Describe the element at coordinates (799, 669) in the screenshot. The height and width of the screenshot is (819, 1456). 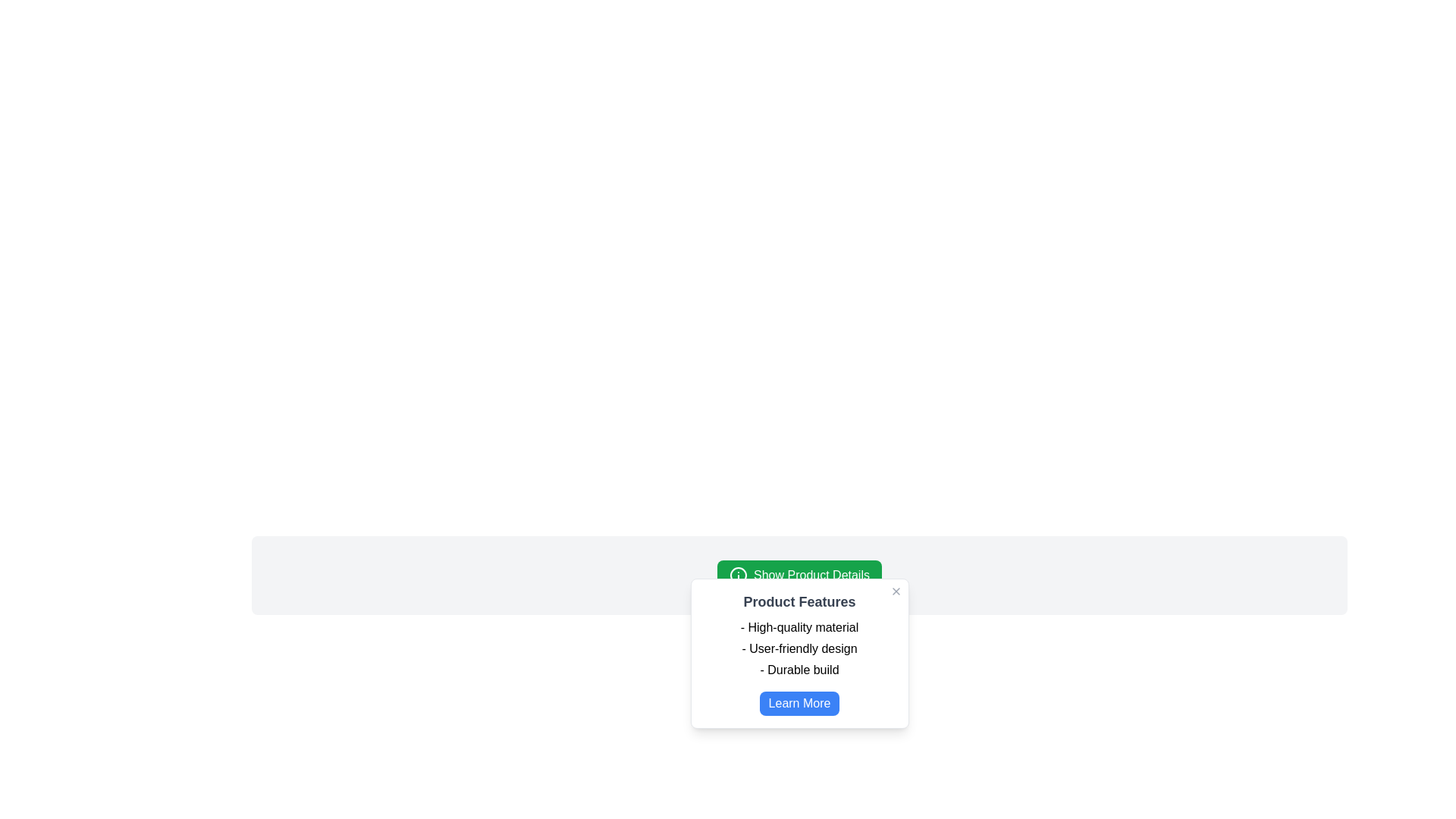
I see `the text item displaying the phrase '- Durable build' located in the modal dialog titled 'Product Features', which is the last item in the list` at that location.